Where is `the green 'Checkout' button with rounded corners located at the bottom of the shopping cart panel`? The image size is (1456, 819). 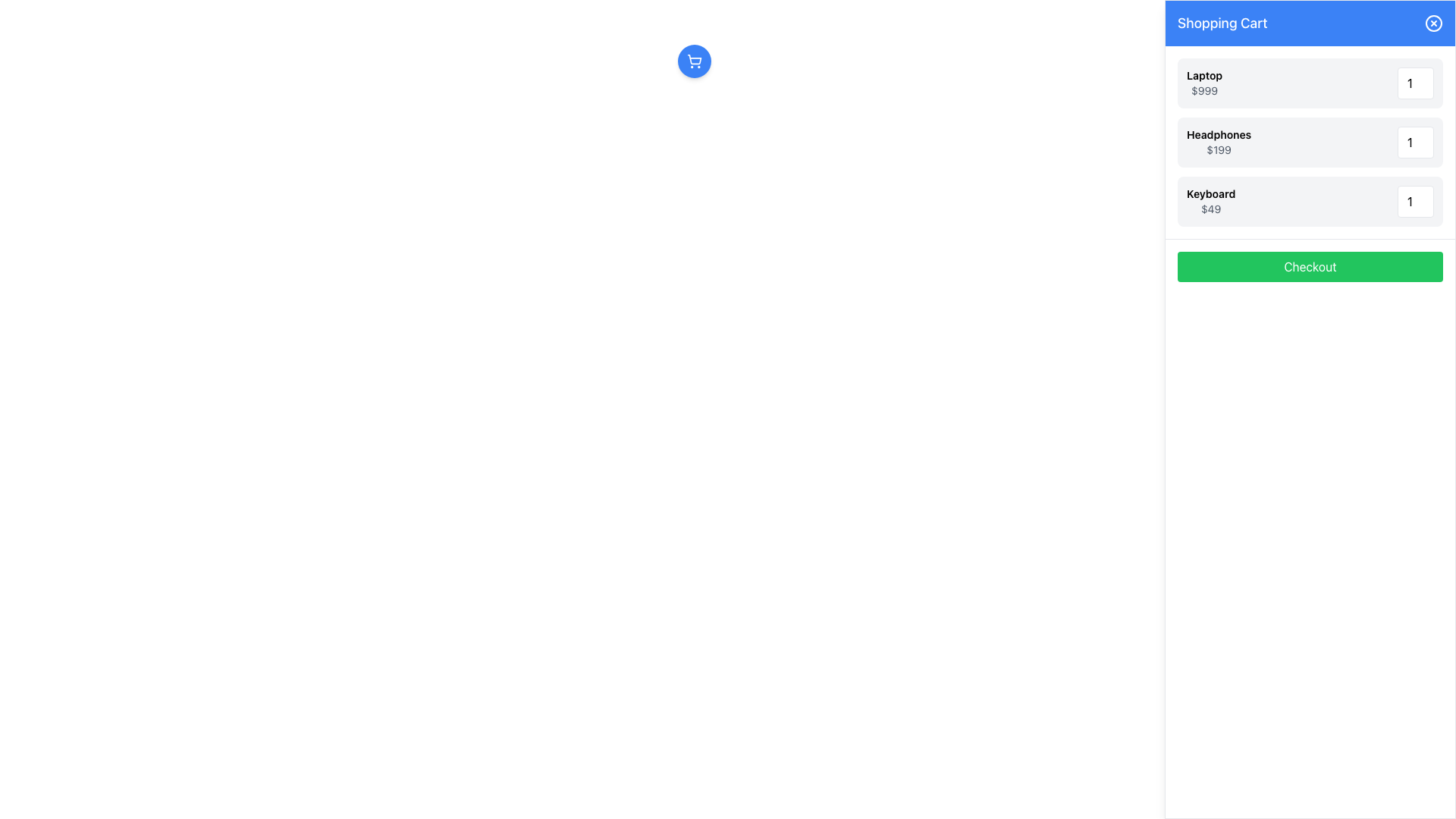
the green 'Checkout' button with rounded corners located at the bottom of the shopping cart panel is located at coordinates (1310, 265).